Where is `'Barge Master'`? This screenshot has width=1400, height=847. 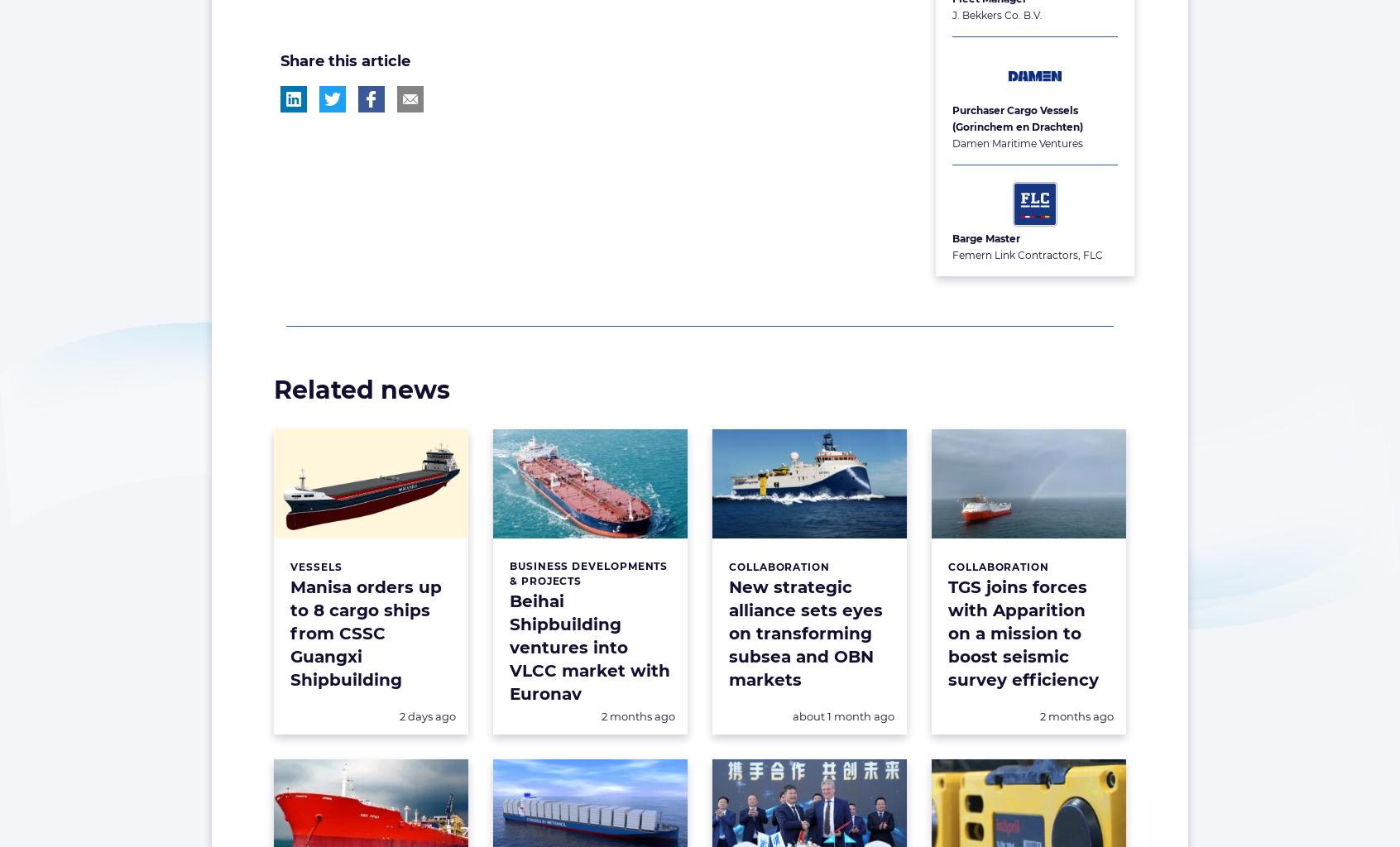 'Barge Master' is located at coordinates (985, 238).